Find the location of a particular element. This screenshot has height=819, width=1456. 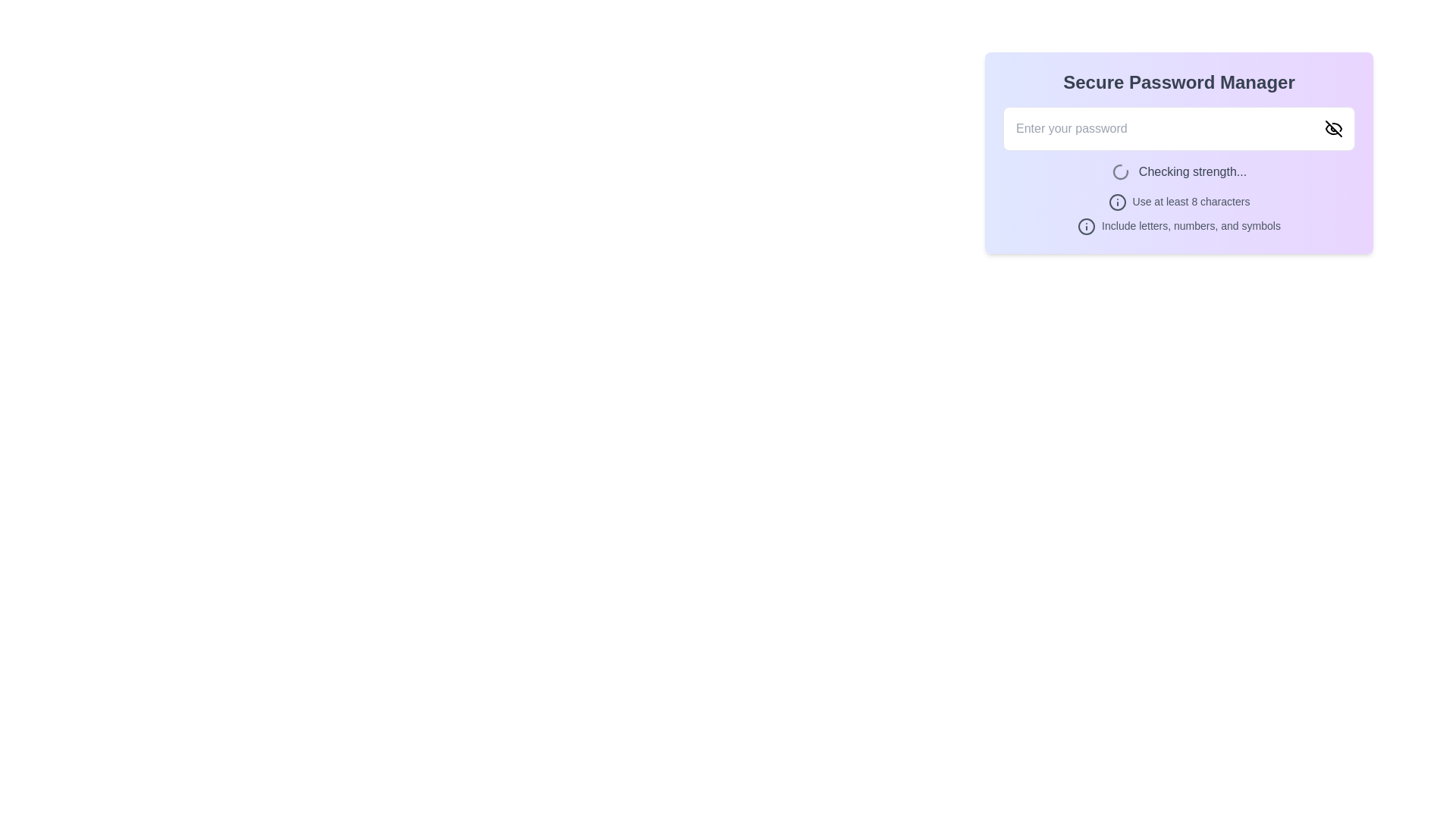

informational text that advises 'Use at least 8 characters' displayed in a sans-serif font, located just below the password strength feedback element is located at coordinates (1178, 201).